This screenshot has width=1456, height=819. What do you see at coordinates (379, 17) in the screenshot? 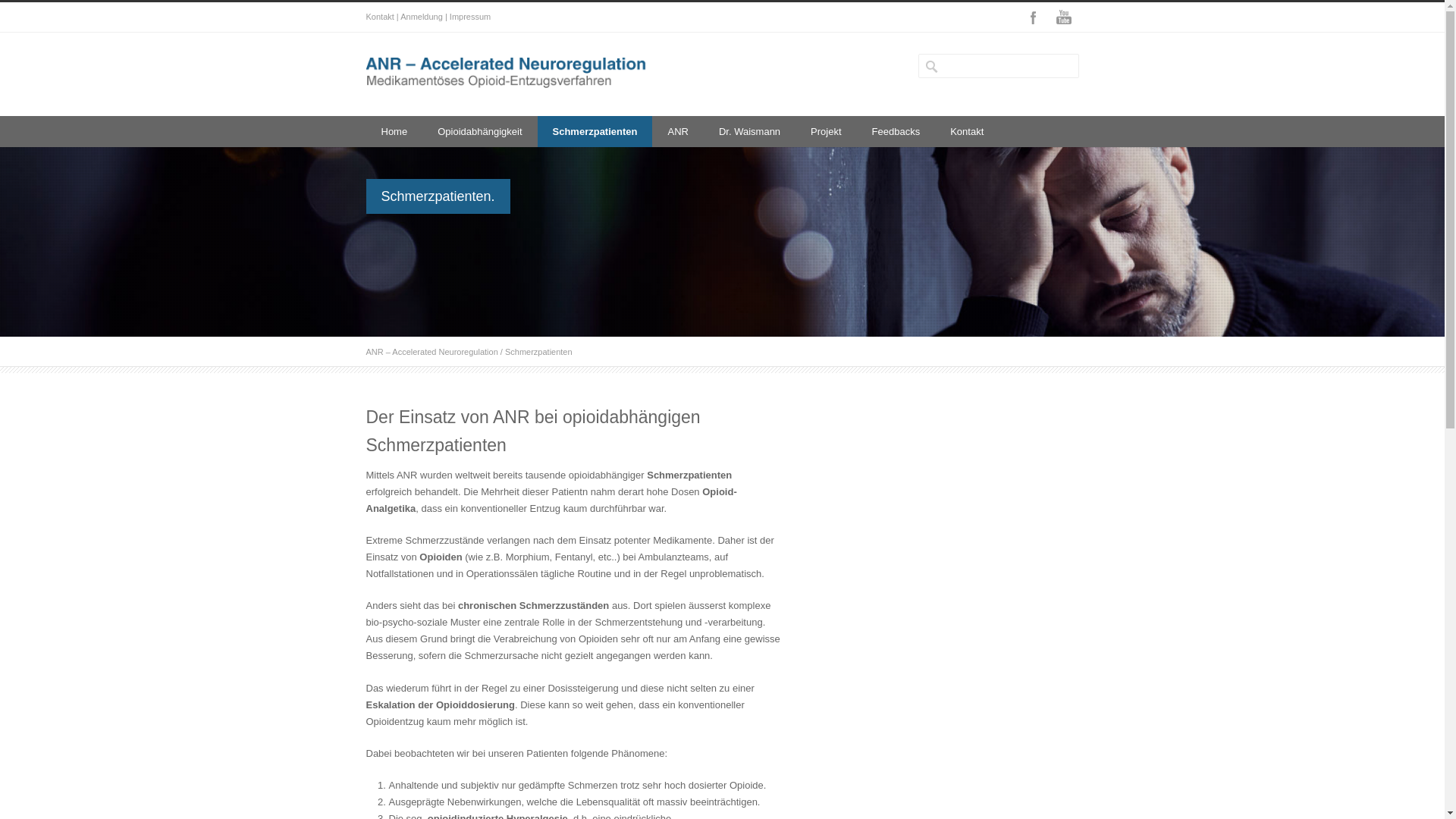
I see `'Kontakt'` at bounding box center [379, 17].